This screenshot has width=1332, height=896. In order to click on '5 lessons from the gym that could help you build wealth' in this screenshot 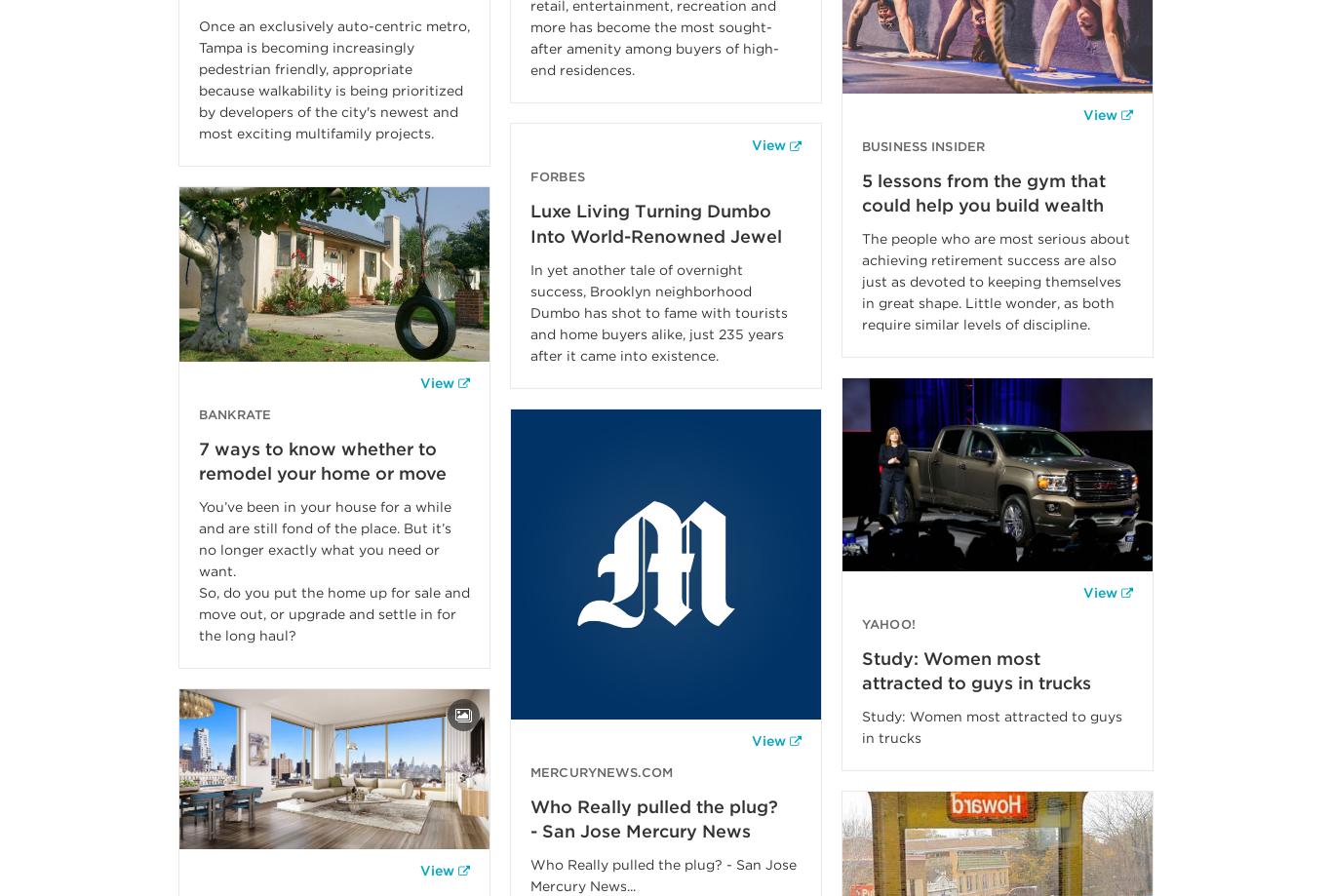, I will do `click(984, 192)`.